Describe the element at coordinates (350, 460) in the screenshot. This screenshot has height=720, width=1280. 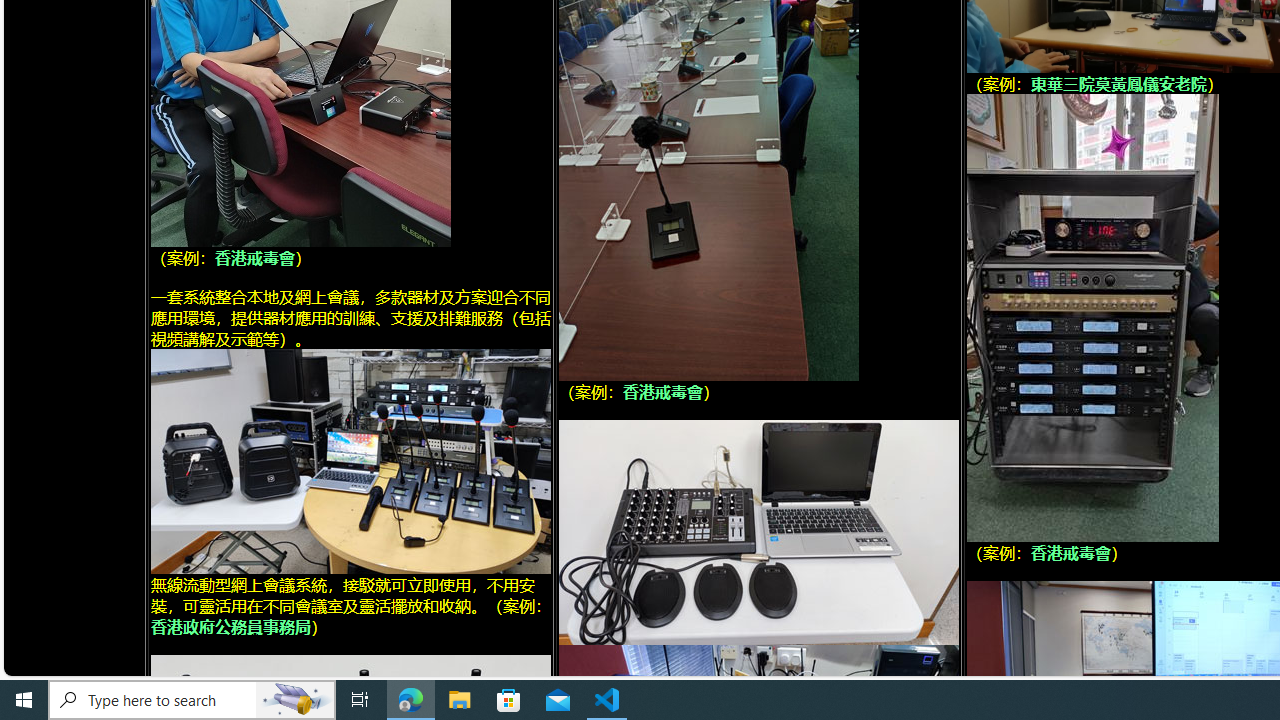
I see `'online meeting, zoom meeting,'` at that location.